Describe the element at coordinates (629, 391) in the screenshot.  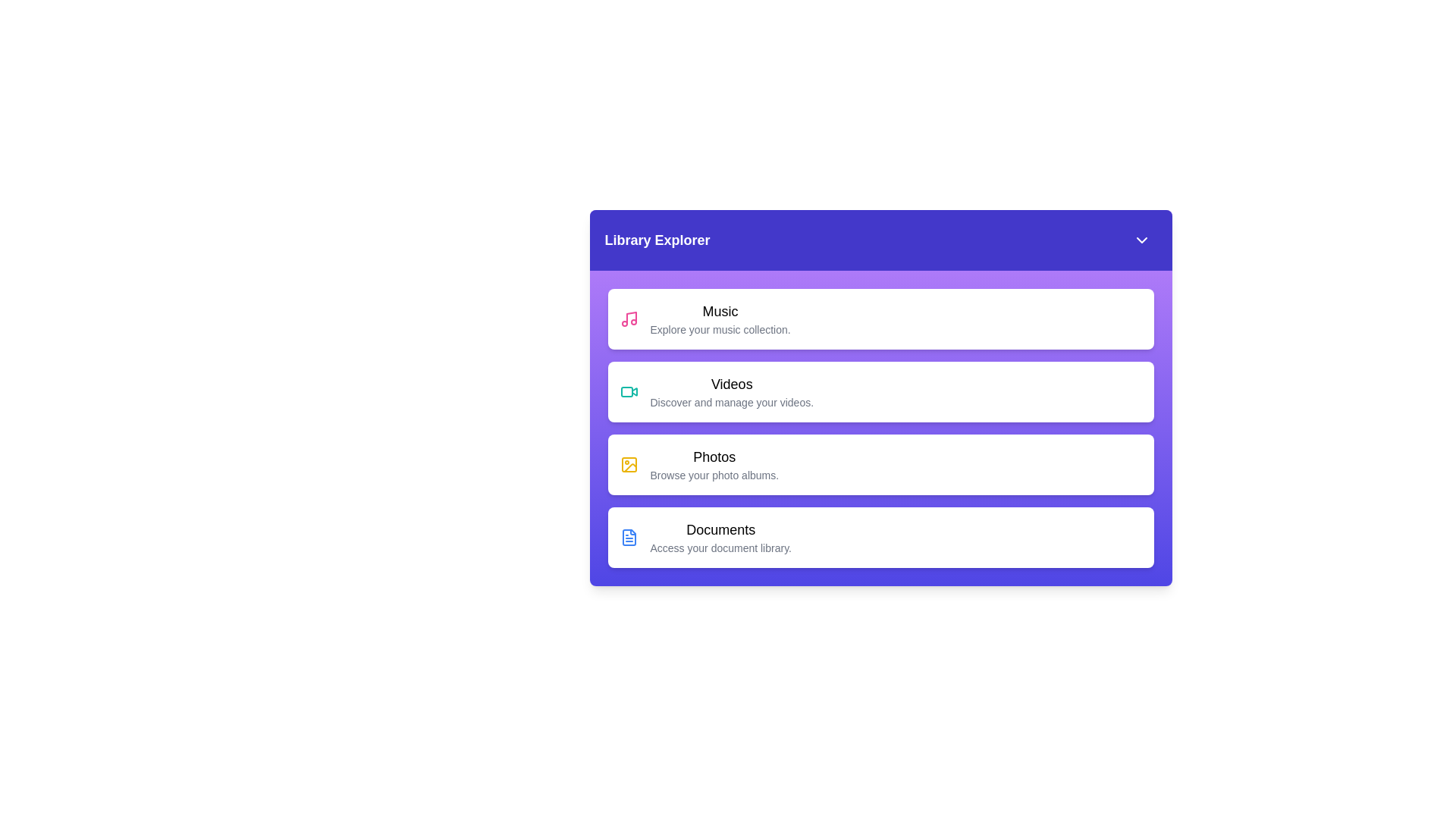
I see `the icon representing the Videos category` at that location.